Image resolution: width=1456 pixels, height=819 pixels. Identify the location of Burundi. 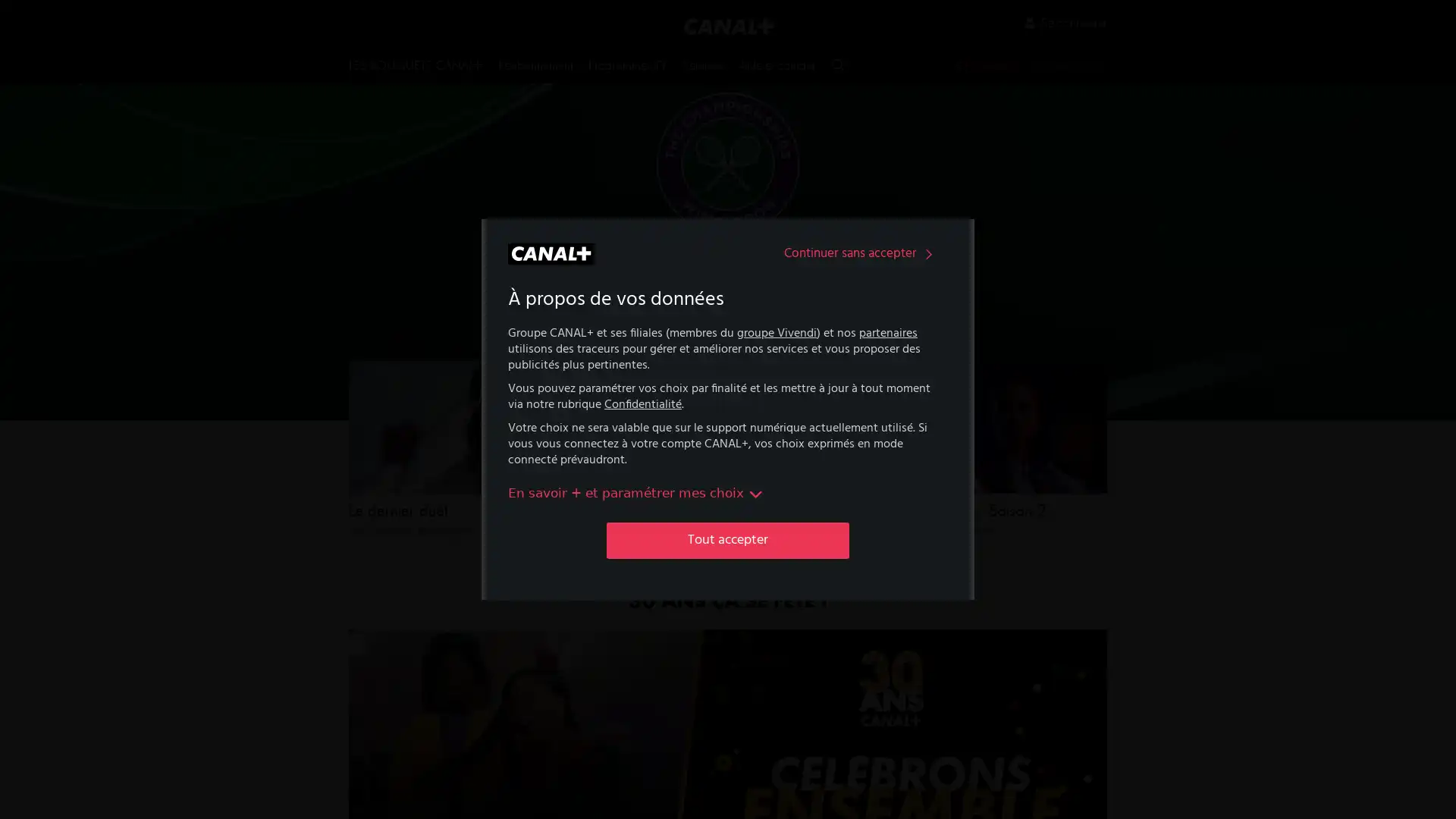
(582, 348).